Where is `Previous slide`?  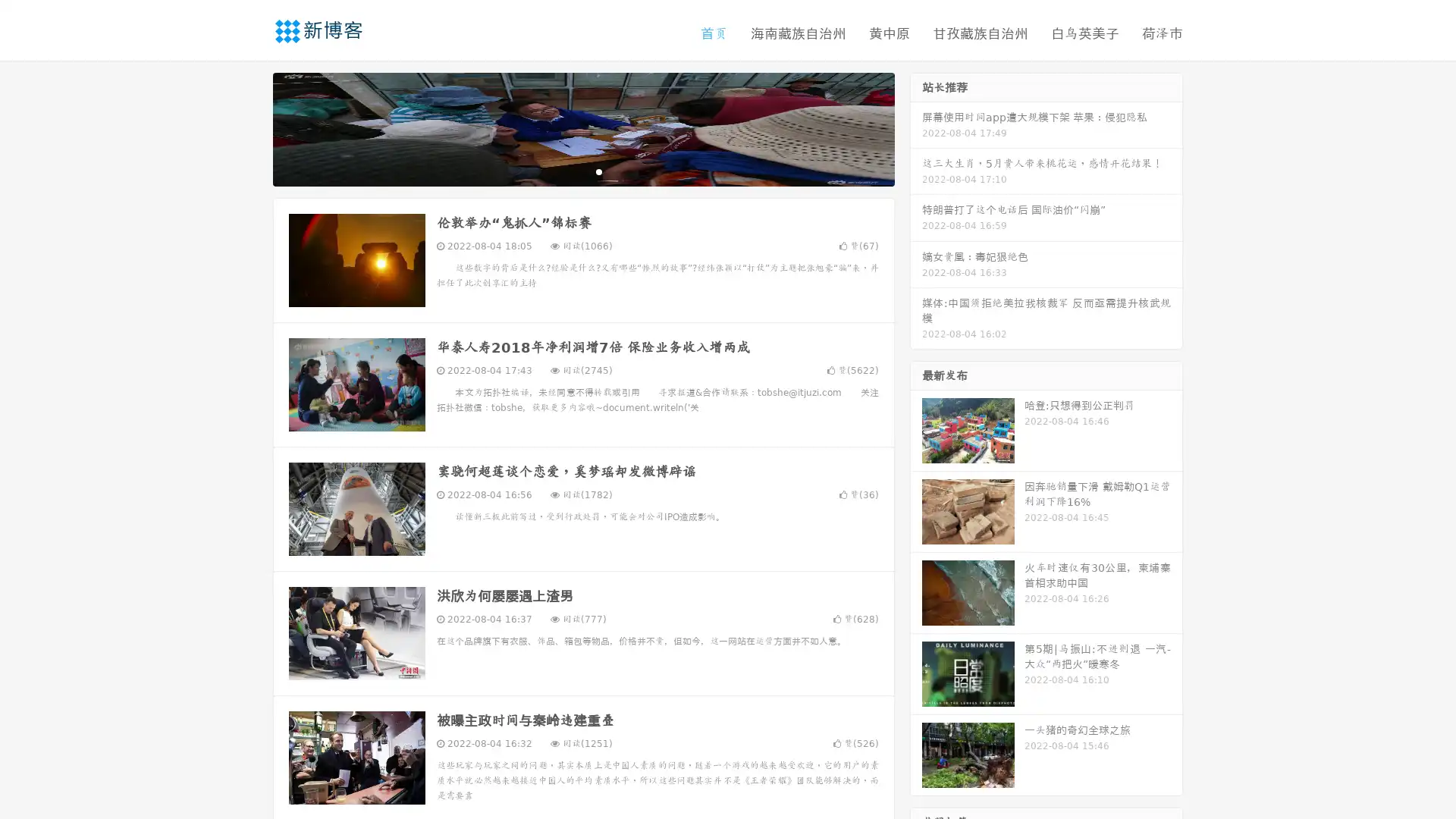
Previous slide is located at coordinates (250, 127).